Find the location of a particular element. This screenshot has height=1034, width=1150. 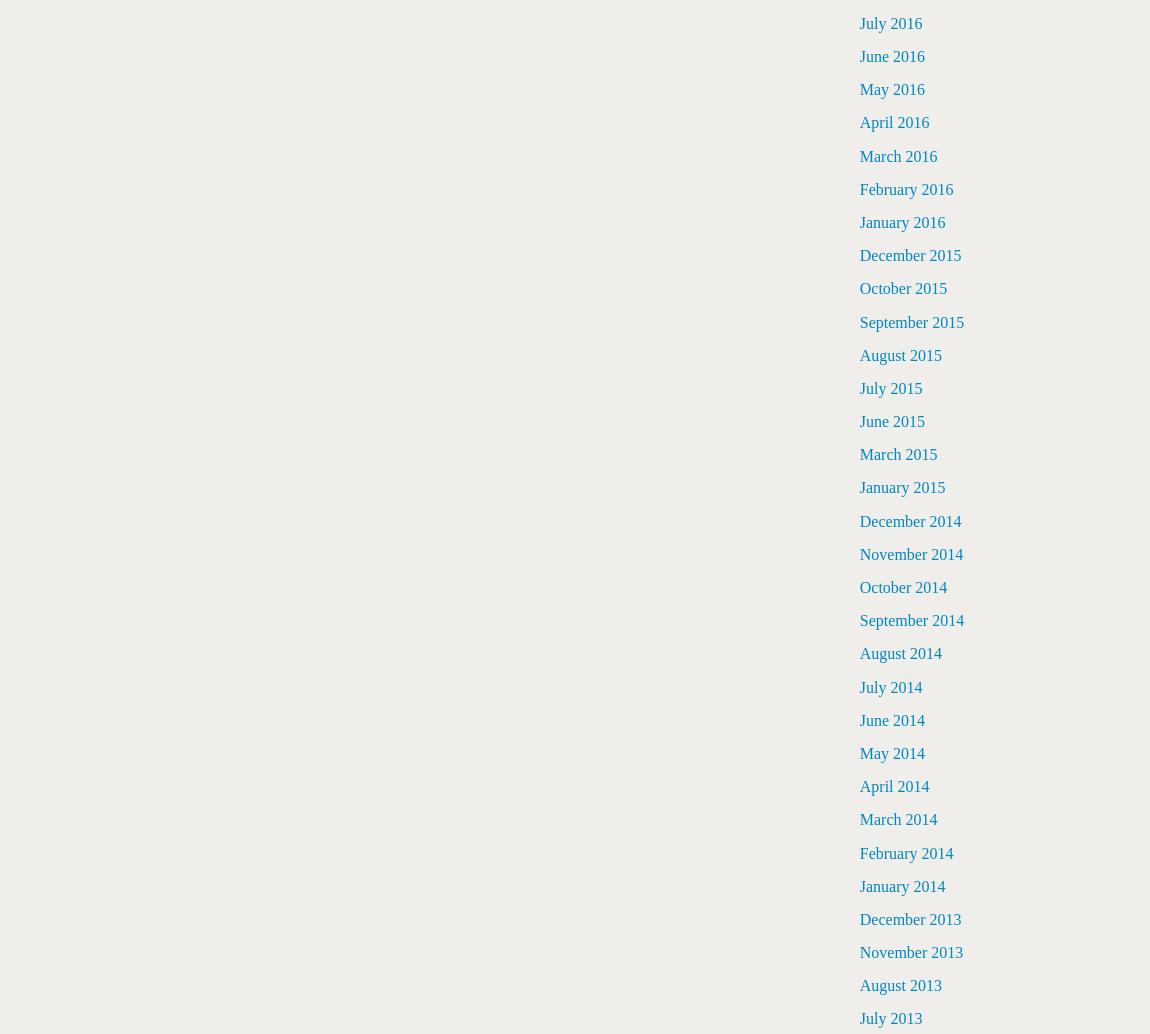

'March 2014' is located at coordinates (898, 818).